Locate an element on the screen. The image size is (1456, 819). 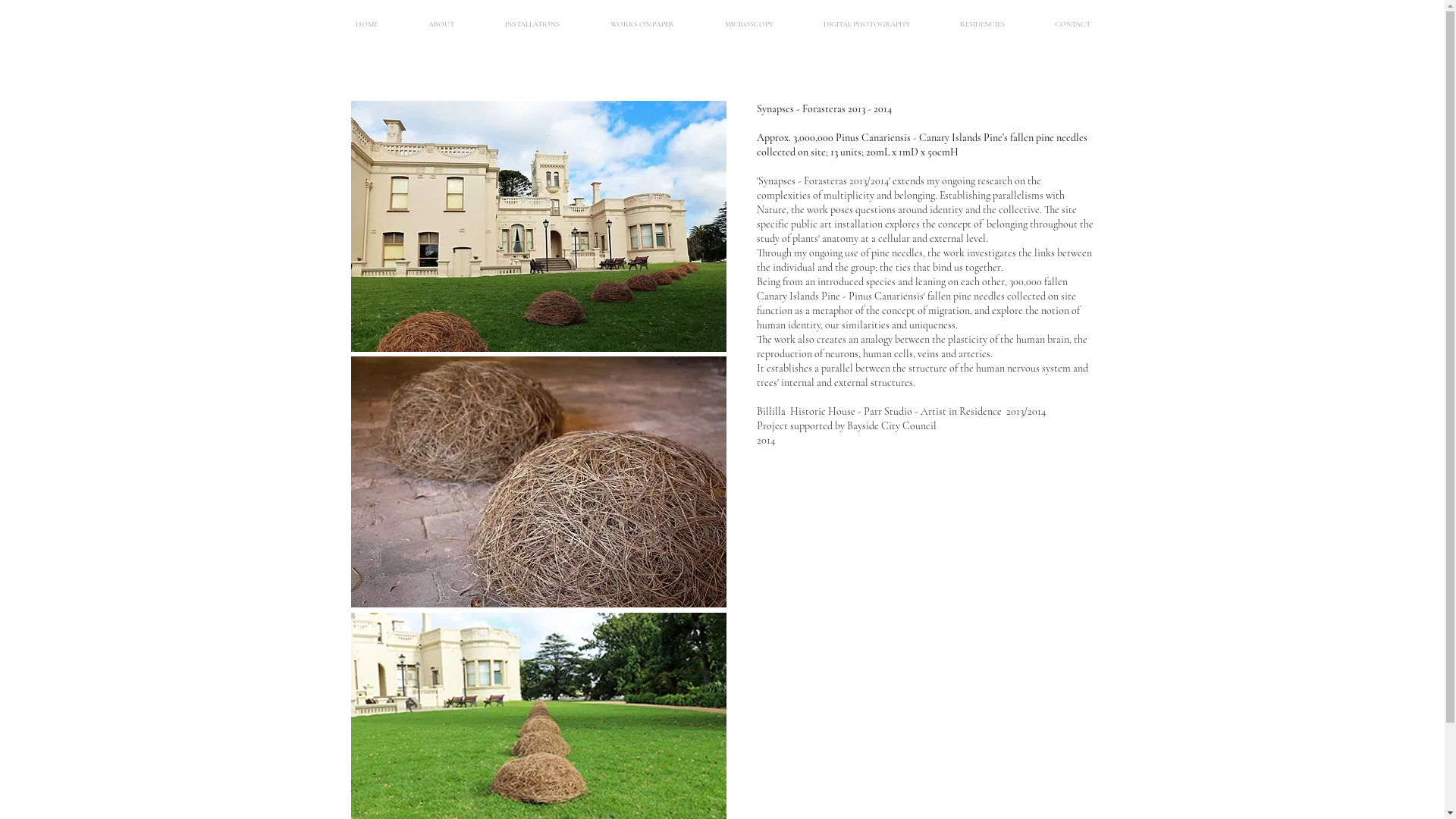
'WORKS ON PAPER' is located at coordinates (642, 24).